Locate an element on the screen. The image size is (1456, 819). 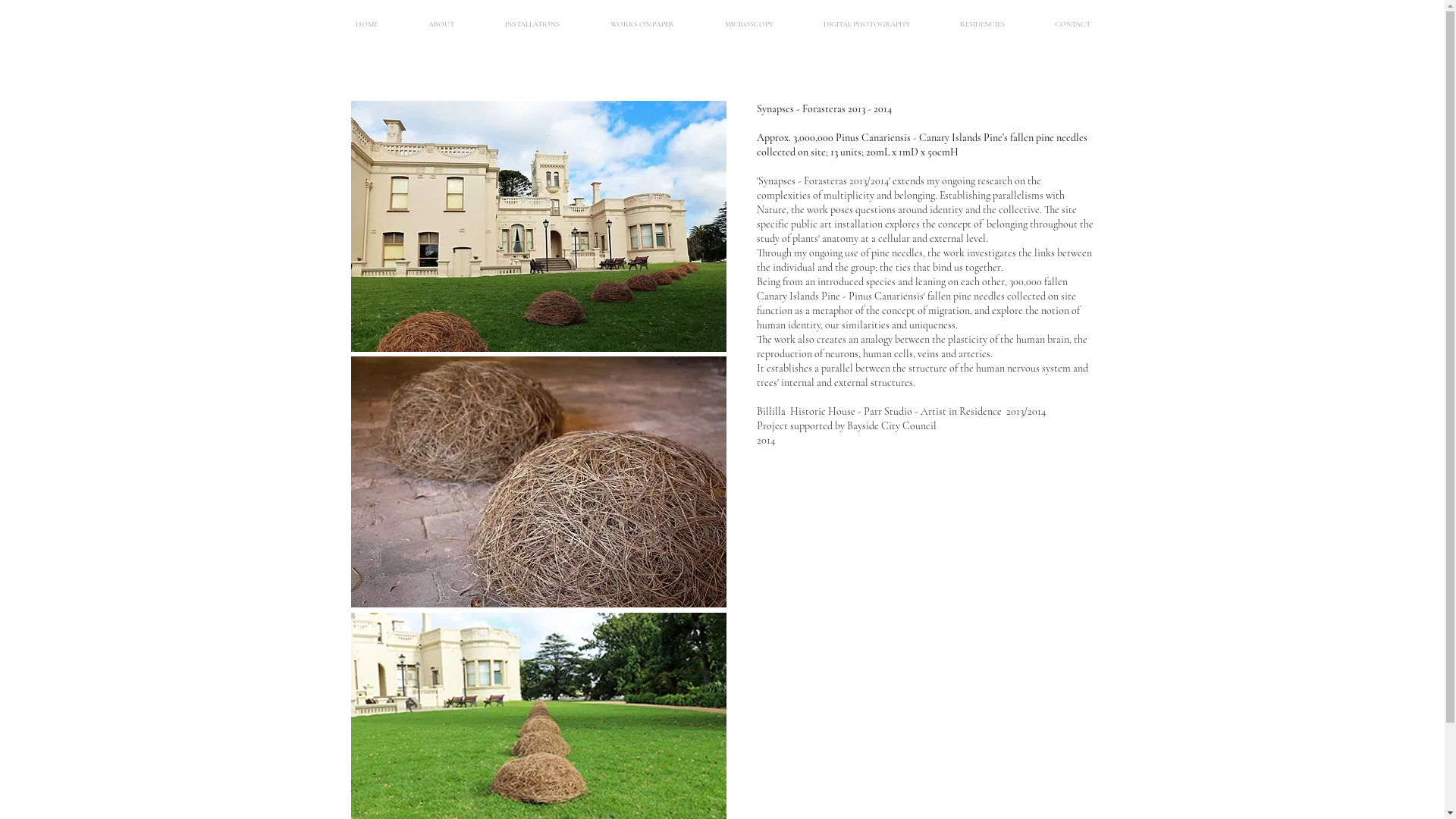
'WORKS ON PAPER' is located at coordinates (642, 24).